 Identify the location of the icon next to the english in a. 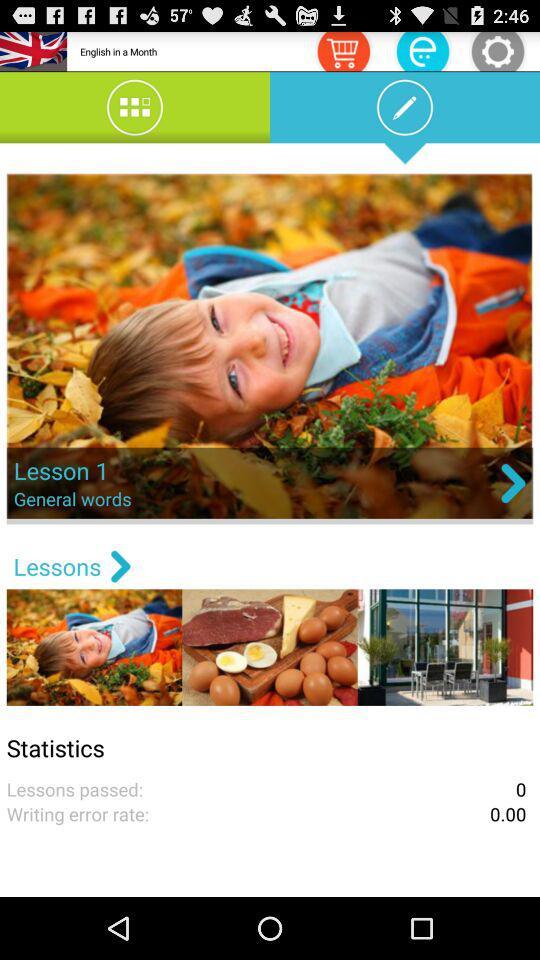
(342, 50).